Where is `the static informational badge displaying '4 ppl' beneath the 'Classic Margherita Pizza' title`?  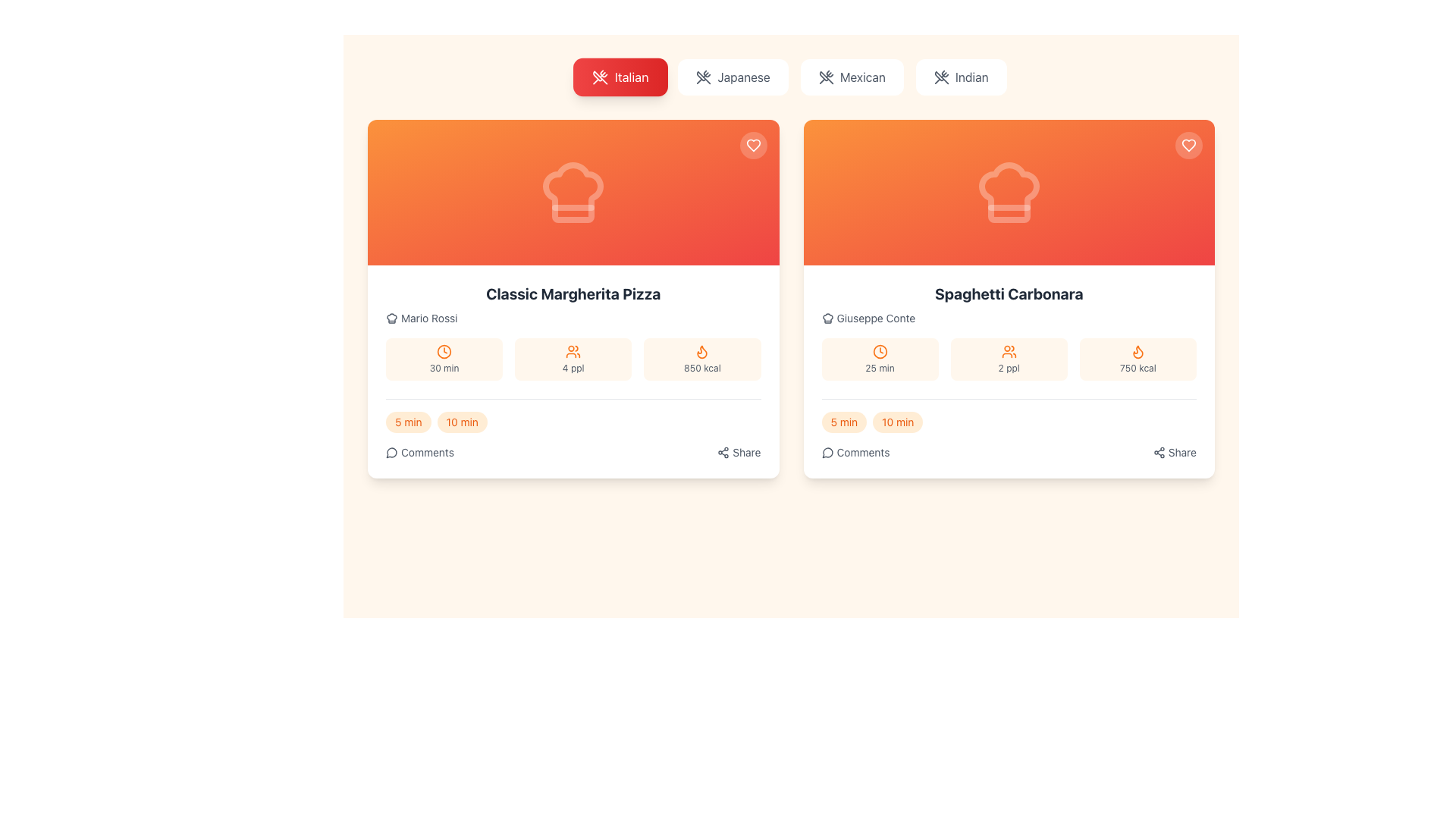
the static informational badge displaying '4 ppl' beneath the 'Classic Margherita Pizza' title is located at coordinates (573, 359).